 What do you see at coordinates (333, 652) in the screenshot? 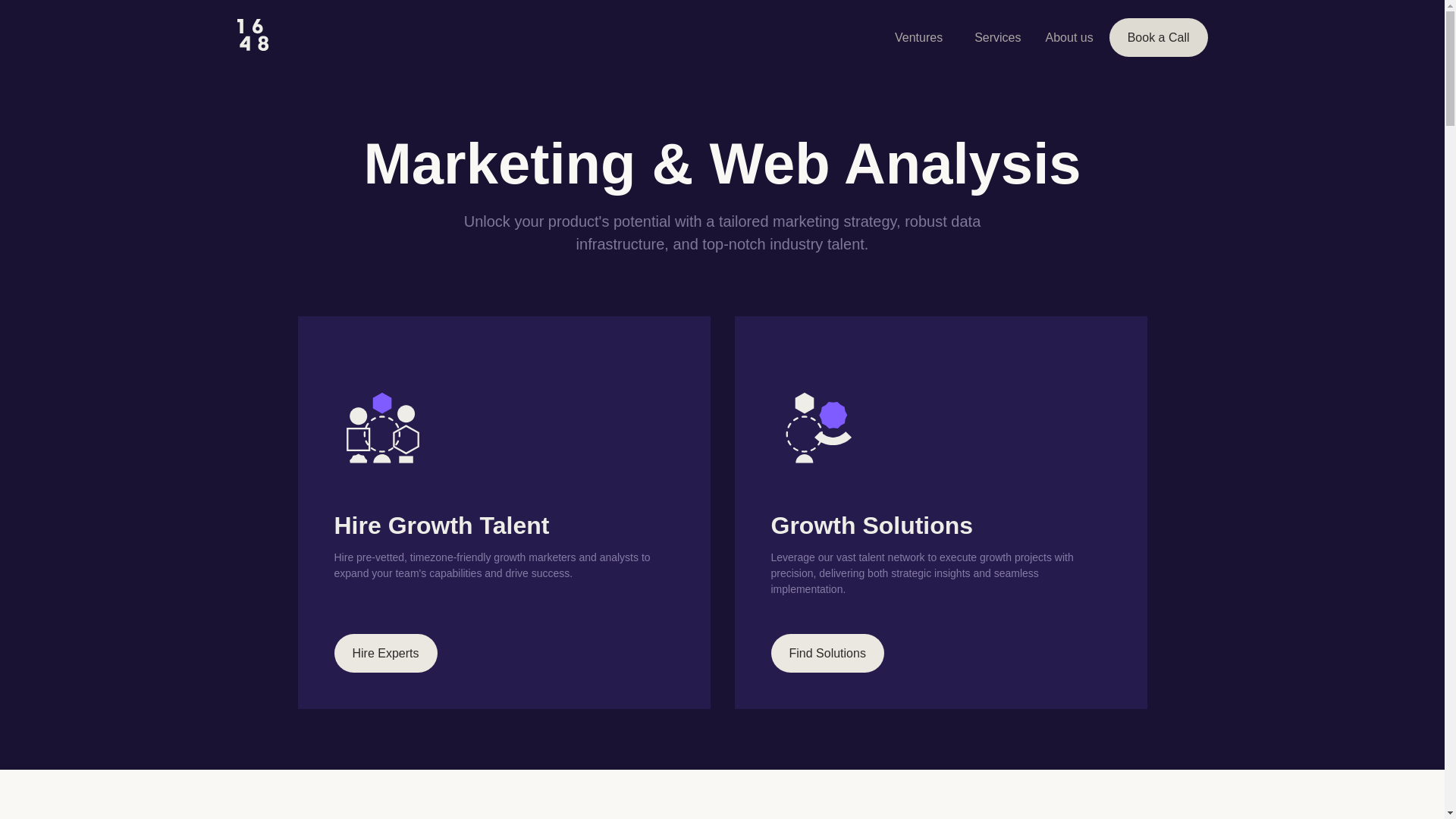
I see `'Hire Experts'` at bounding box center [333, 652].